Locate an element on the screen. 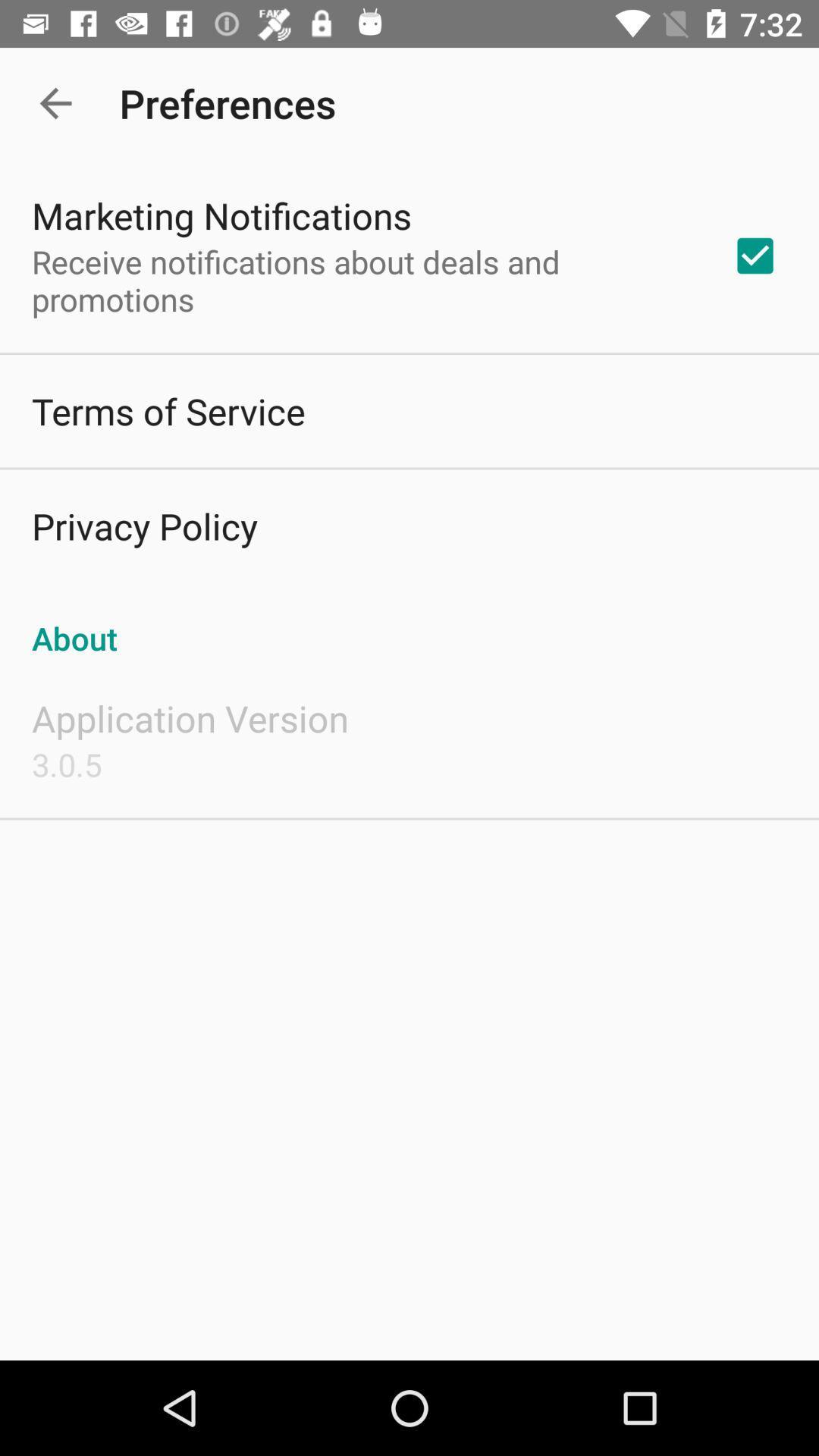  the terms of service item is located at coordinates (168, 411).